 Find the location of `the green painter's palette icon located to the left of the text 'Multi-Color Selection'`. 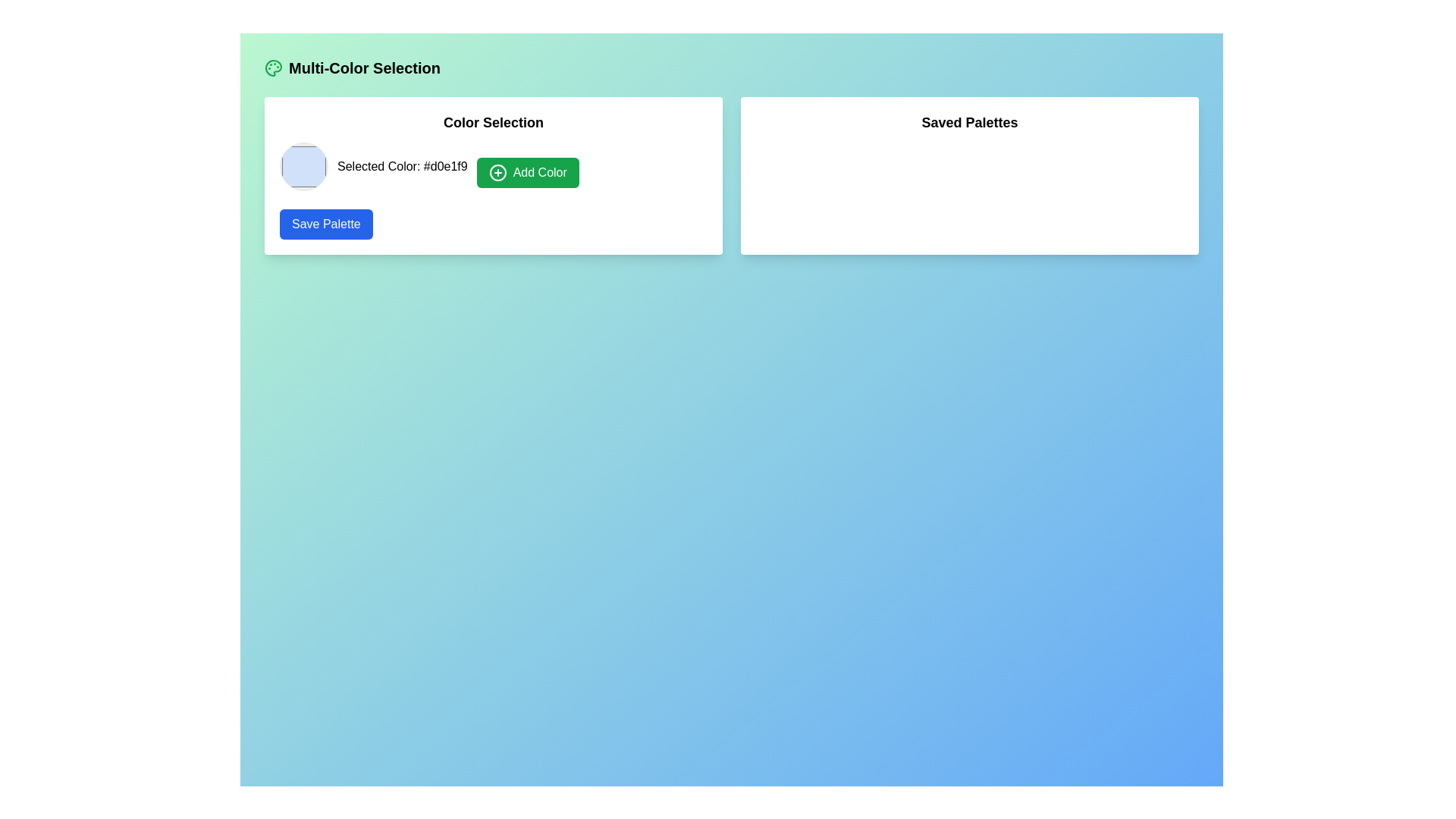

the green painter's palette icon located to the left of the text 'Multi-Color Selection' is located at coordinates (273, 67).